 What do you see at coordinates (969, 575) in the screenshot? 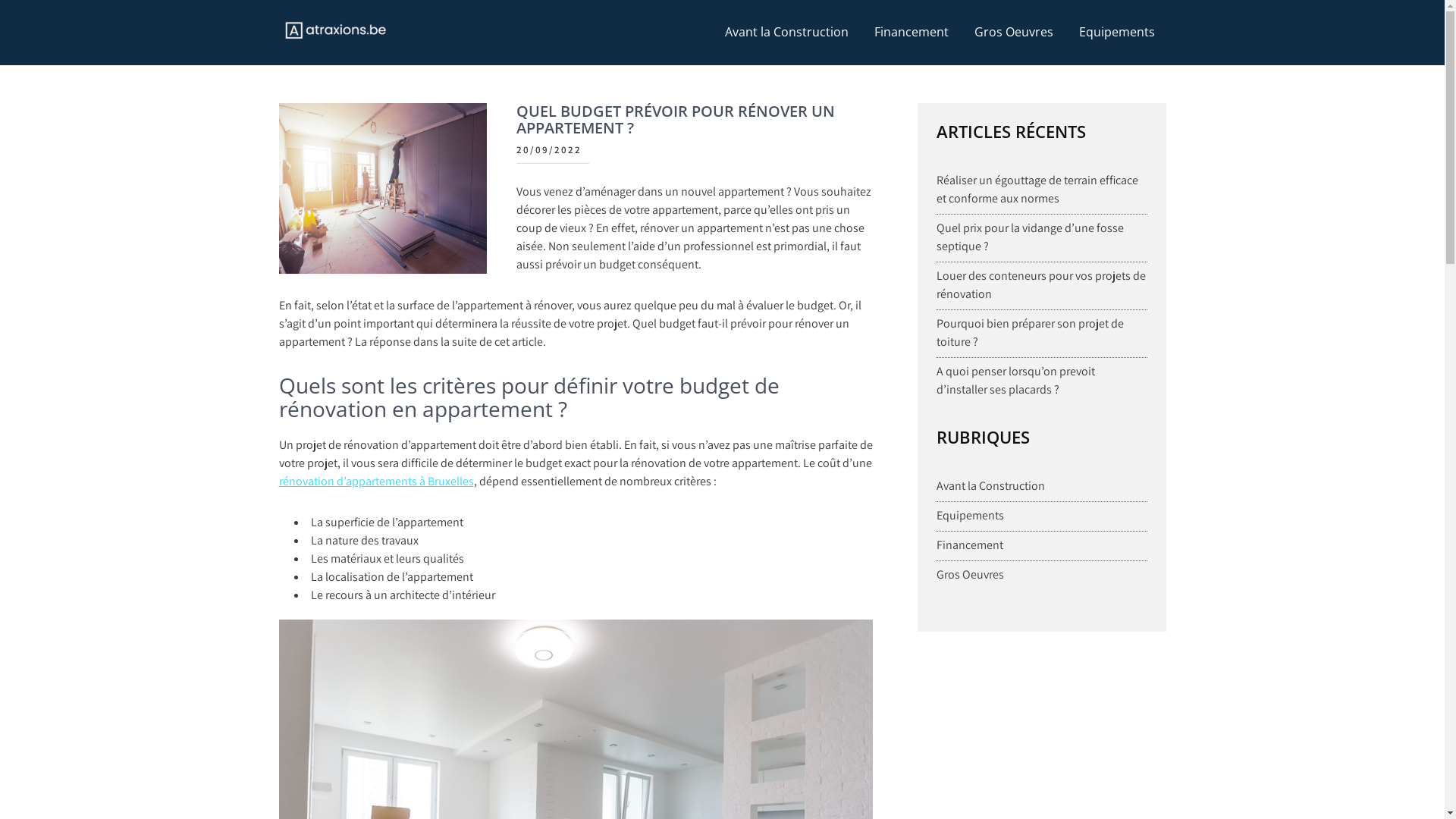
I see `'Gros Oeuvres'` at bounding box center [969, 575].